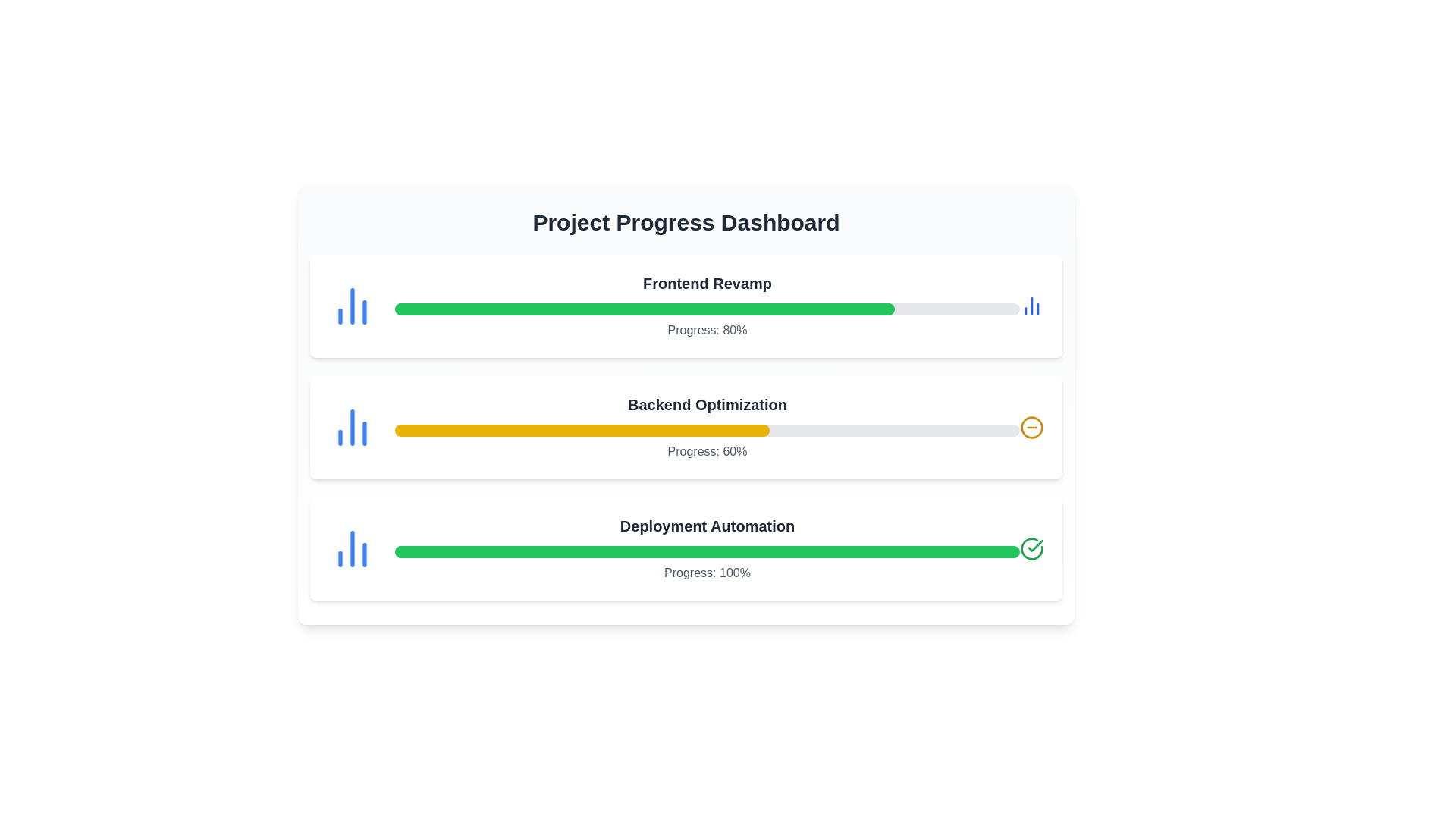  I want to click on the progress bar labeled 'Backend Optimization', so click(706, 427).